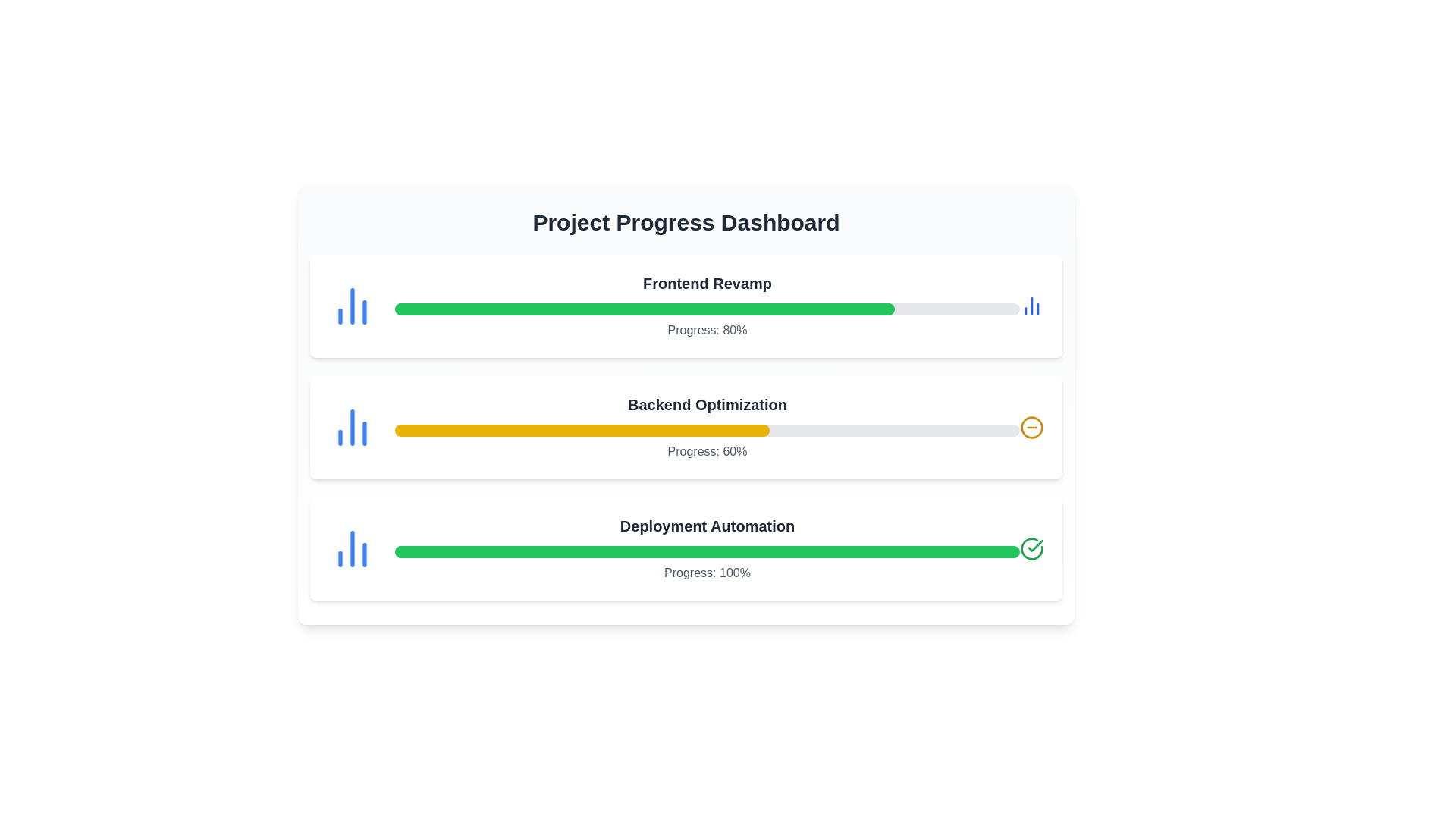  I want to click on the progress bar labeled 'Backend Optimization', so click(706, 427).